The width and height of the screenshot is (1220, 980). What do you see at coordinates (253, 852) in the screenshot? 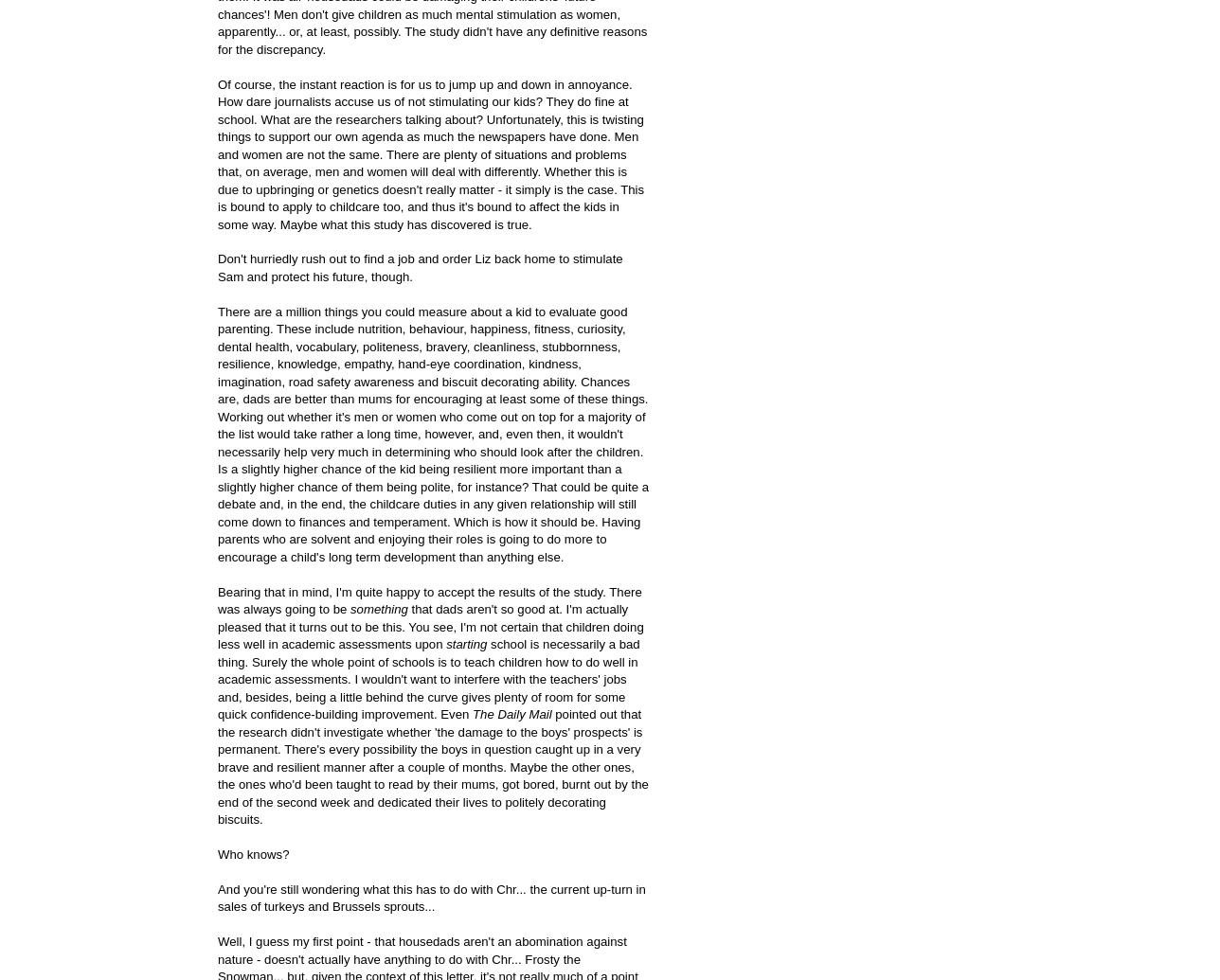
I see `'Who knows?'` at bounding box center [253, 852].